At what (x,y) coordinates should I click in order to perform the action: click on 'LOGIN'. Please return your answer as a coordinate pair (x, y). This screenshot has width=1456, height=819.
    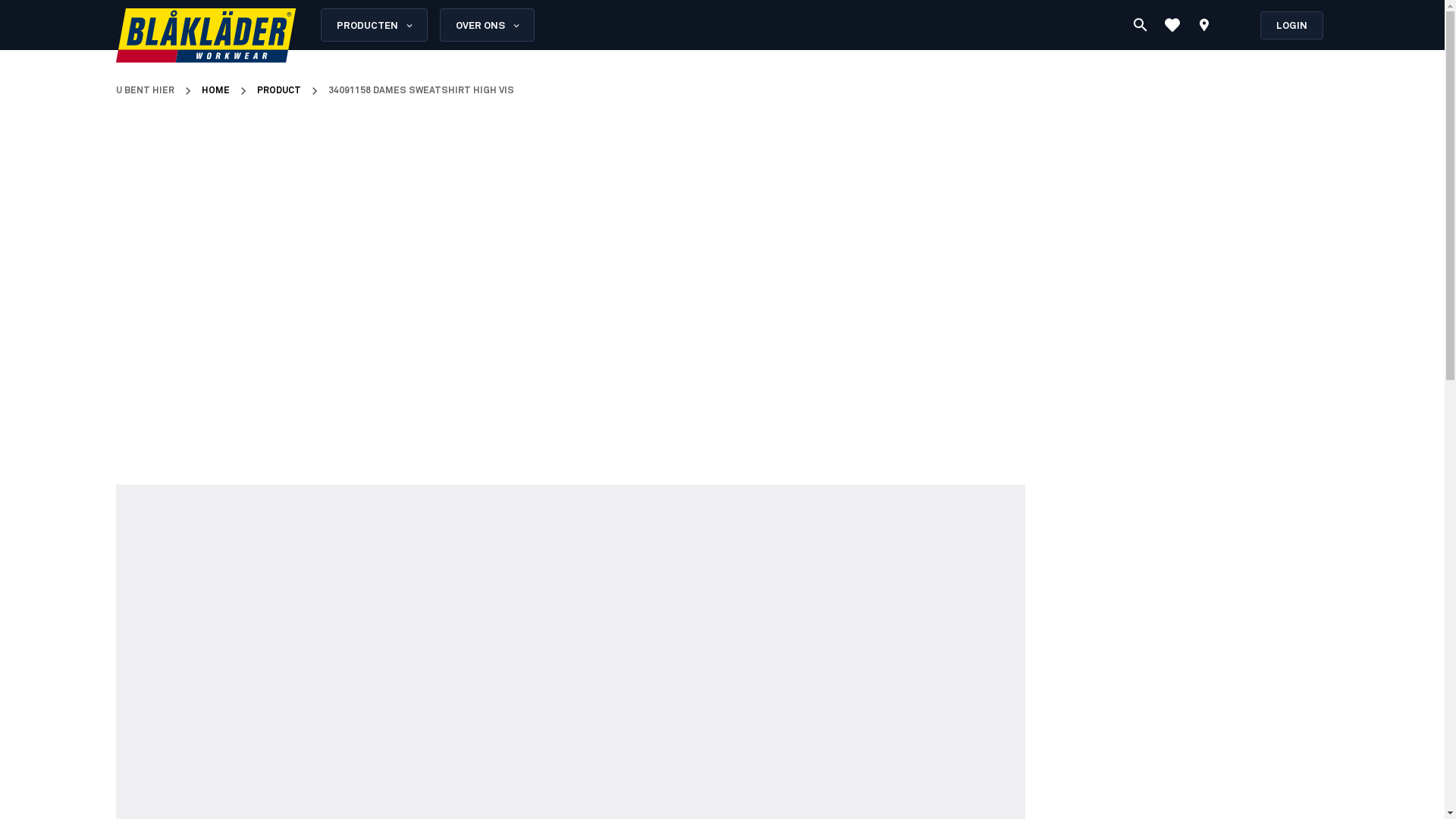
    Looking at the image, I should click on (1291, 24).